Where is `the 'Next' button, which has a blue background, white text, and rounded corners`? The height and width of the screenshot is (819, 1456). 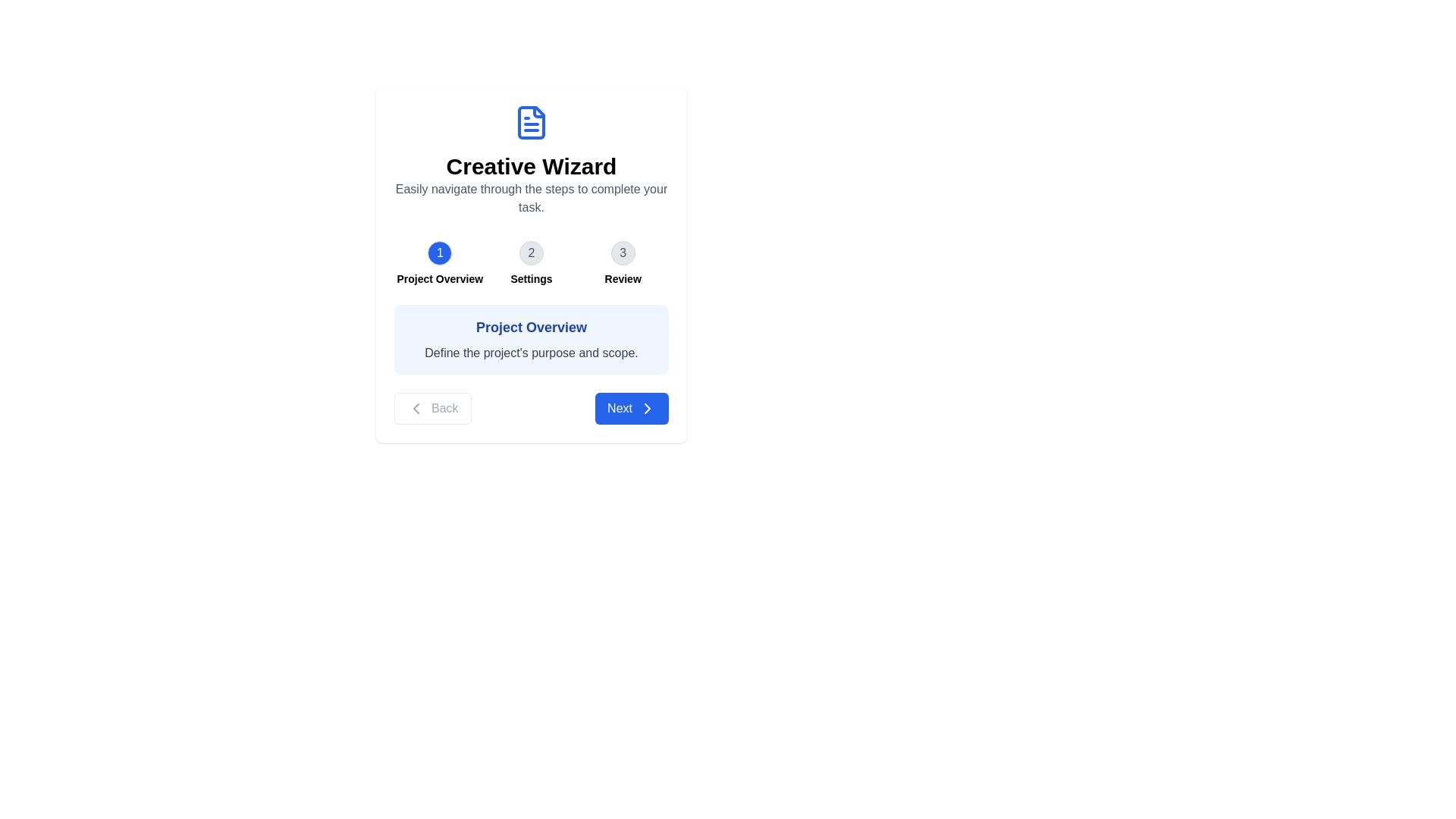 the 'Next' button, which has a blue background, white text, and rounded corners is located at coordinates (632, 408).